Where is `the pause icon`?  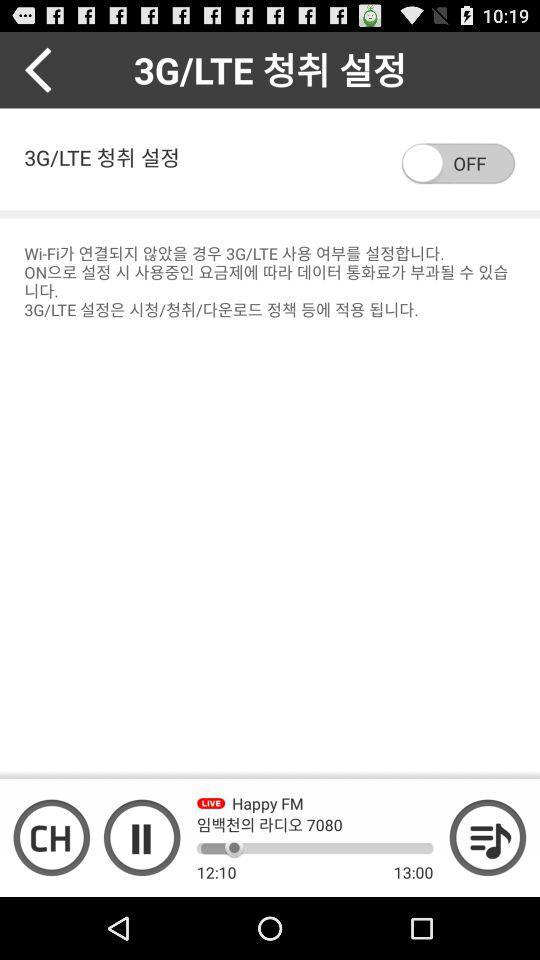 the pause icon is located at coordinates (141, 895).